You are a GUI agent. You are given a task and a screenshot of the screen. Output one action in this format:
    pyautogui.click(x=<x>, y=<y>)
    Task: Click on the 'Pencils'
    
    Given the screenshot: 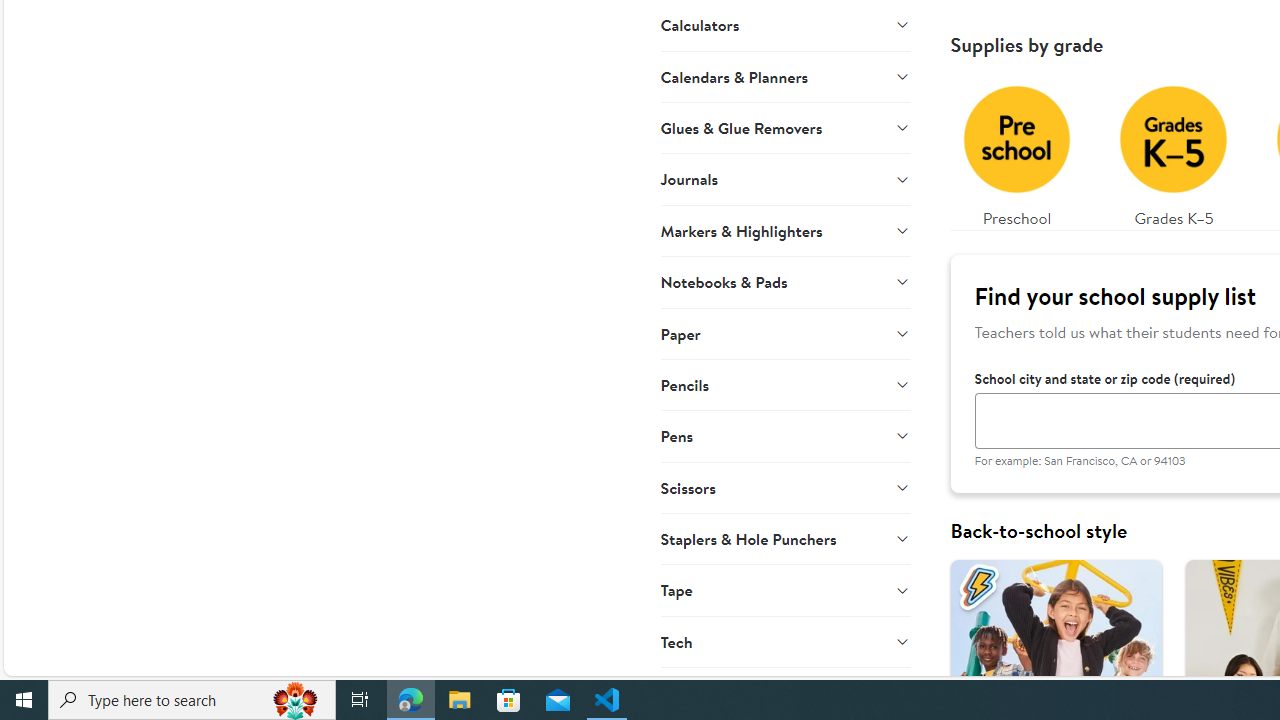 What is the action you would take?
    pyautogui.click(x=784, y=384)
    